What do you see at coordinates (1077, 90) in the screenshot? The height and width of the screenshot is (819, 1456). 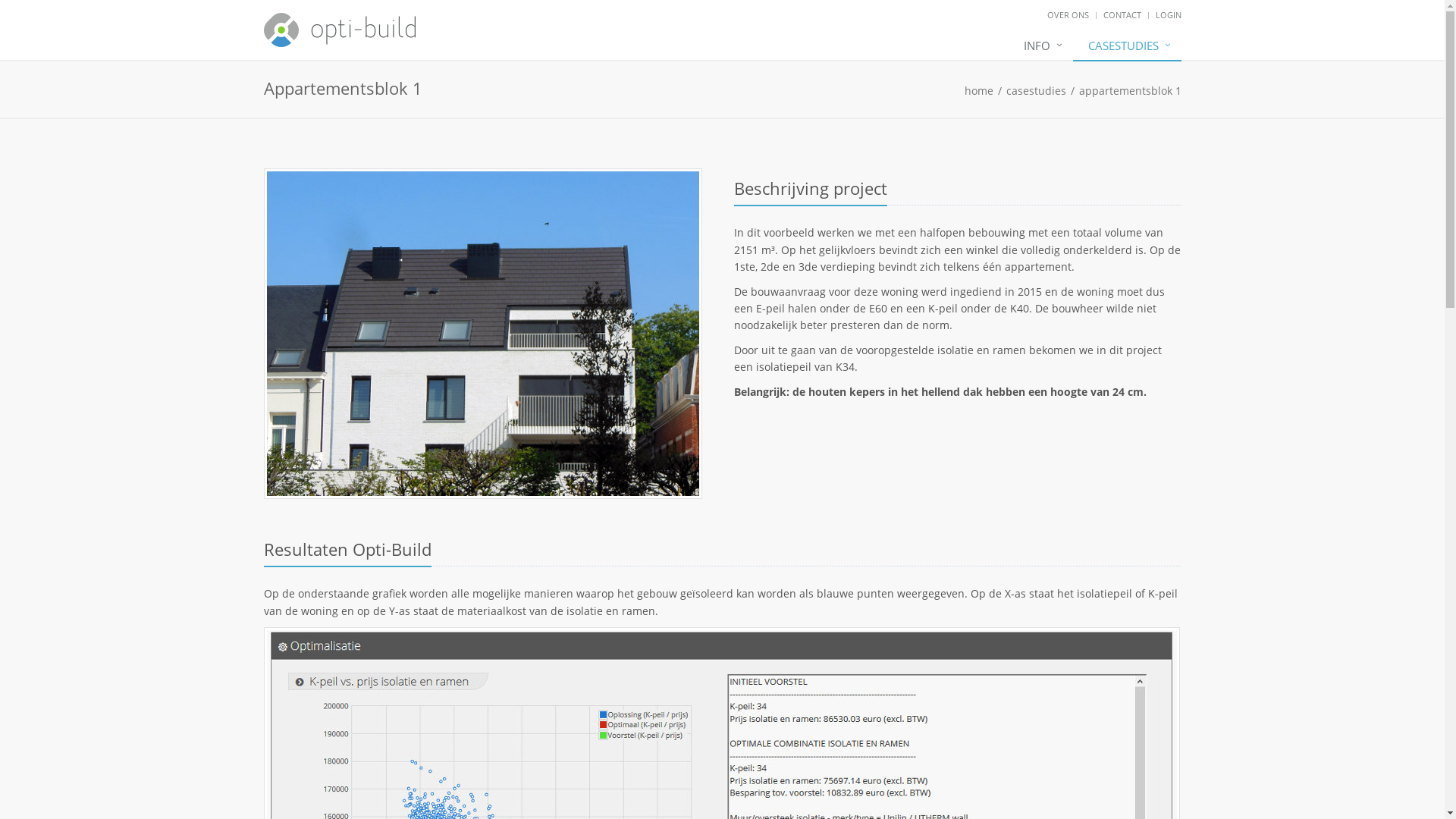 I see `'appartementsblok 1'` at bounding box center [1077, 90].